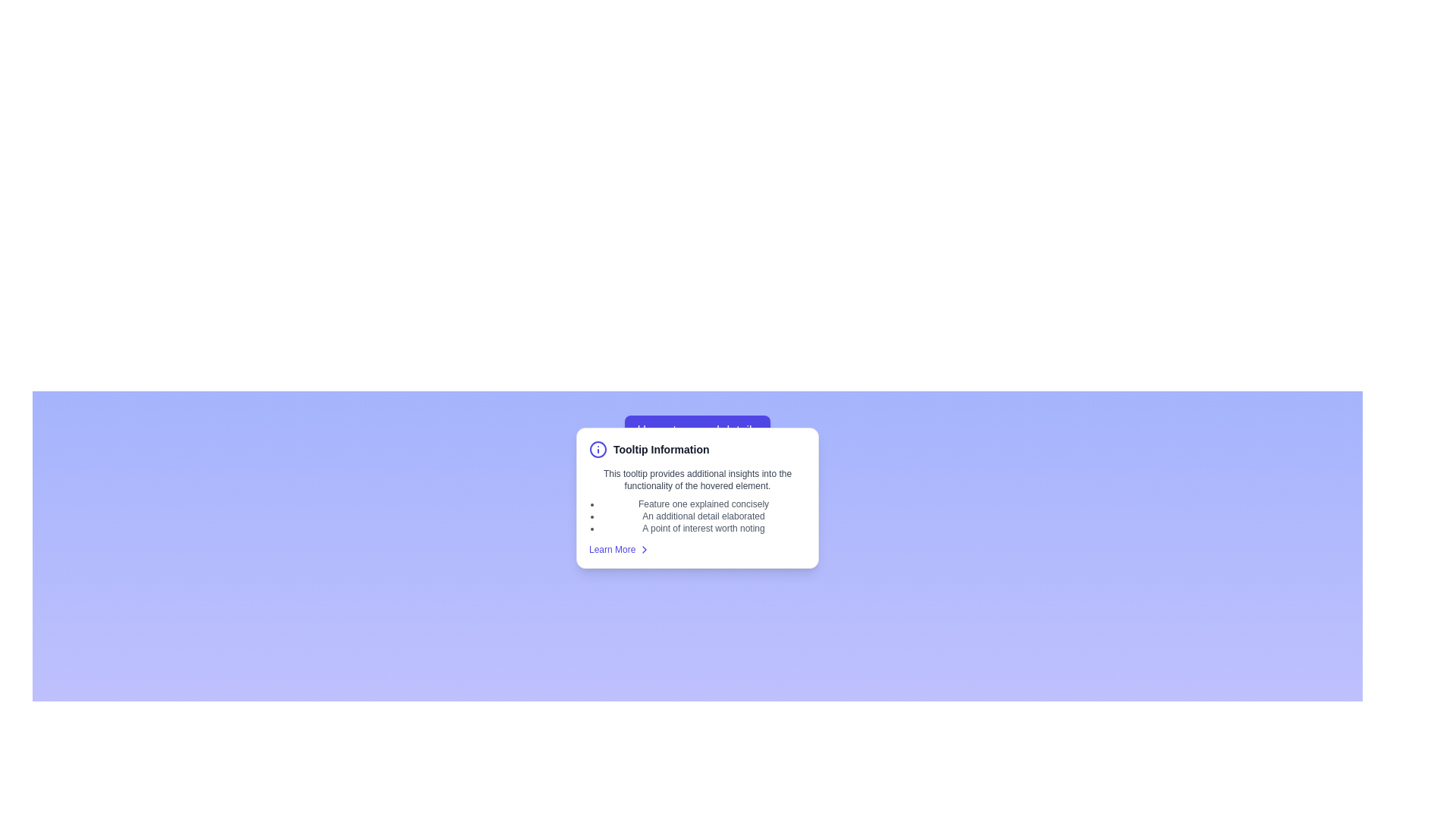 The height and width of the screenshot is (819, 1456). What do you see at coordinates (597, 449) in the screenshot?
I see `the informational icon (SVG) located to the left of the 'Tooltip Information' text within the tooltip interface` at bounding box center [597, 449].